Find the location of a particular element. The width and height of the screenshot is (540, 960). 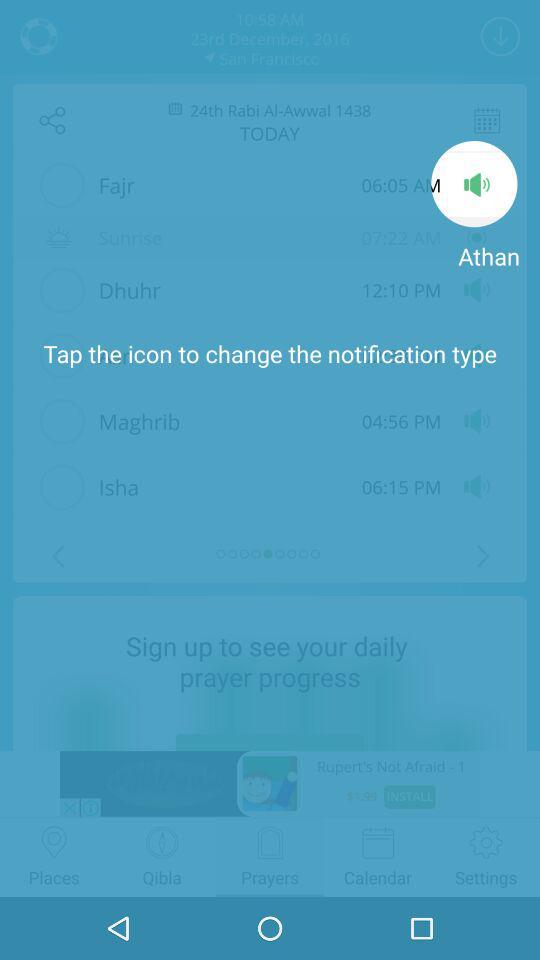

the places icon at the bottom is located at coordinates (54, 841).